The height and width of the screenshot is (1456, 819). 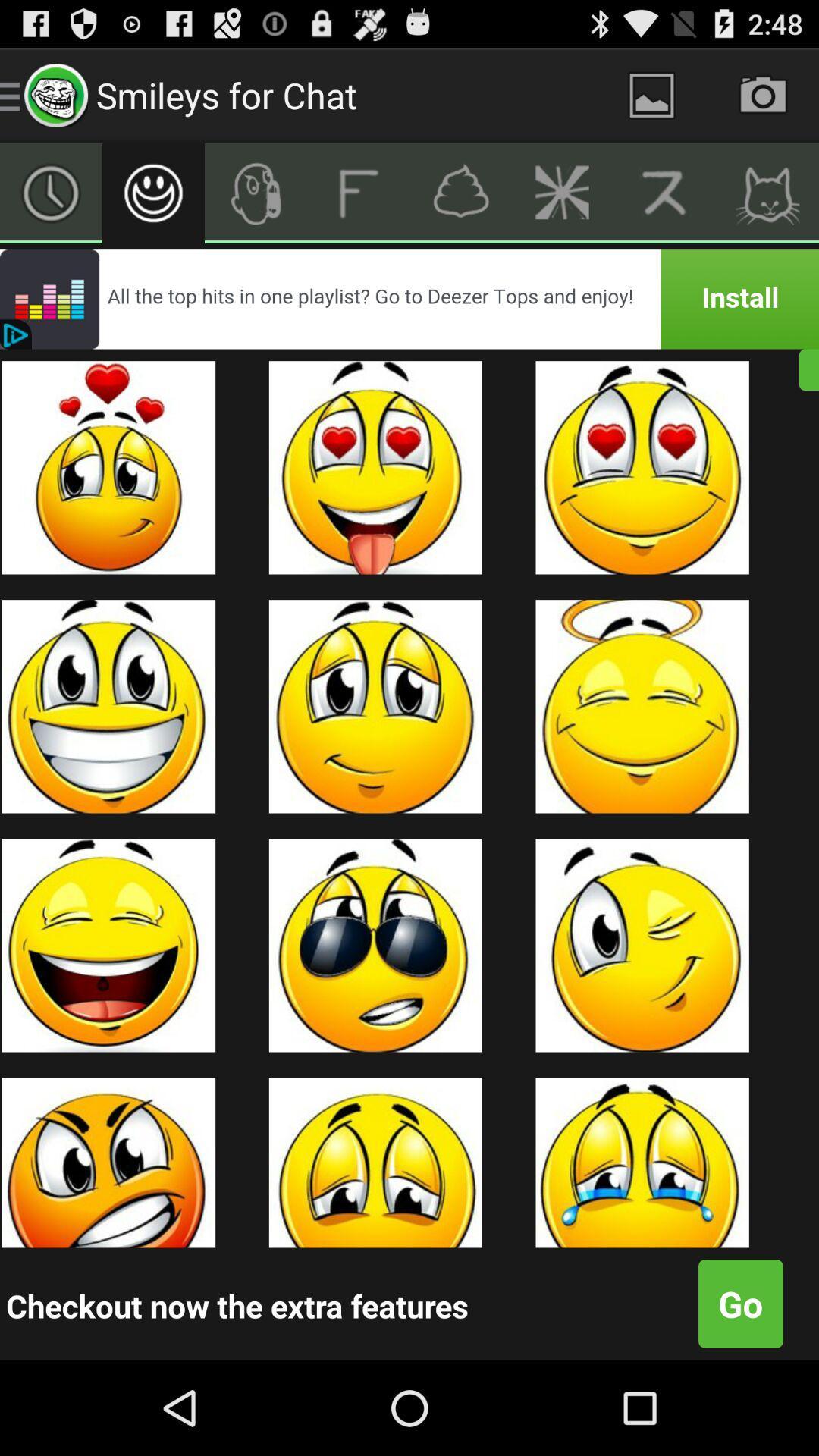 What do you see at coordinates (153, 192) in the screenshot?
I see `smile emoji` at bounding box center [153, 192].